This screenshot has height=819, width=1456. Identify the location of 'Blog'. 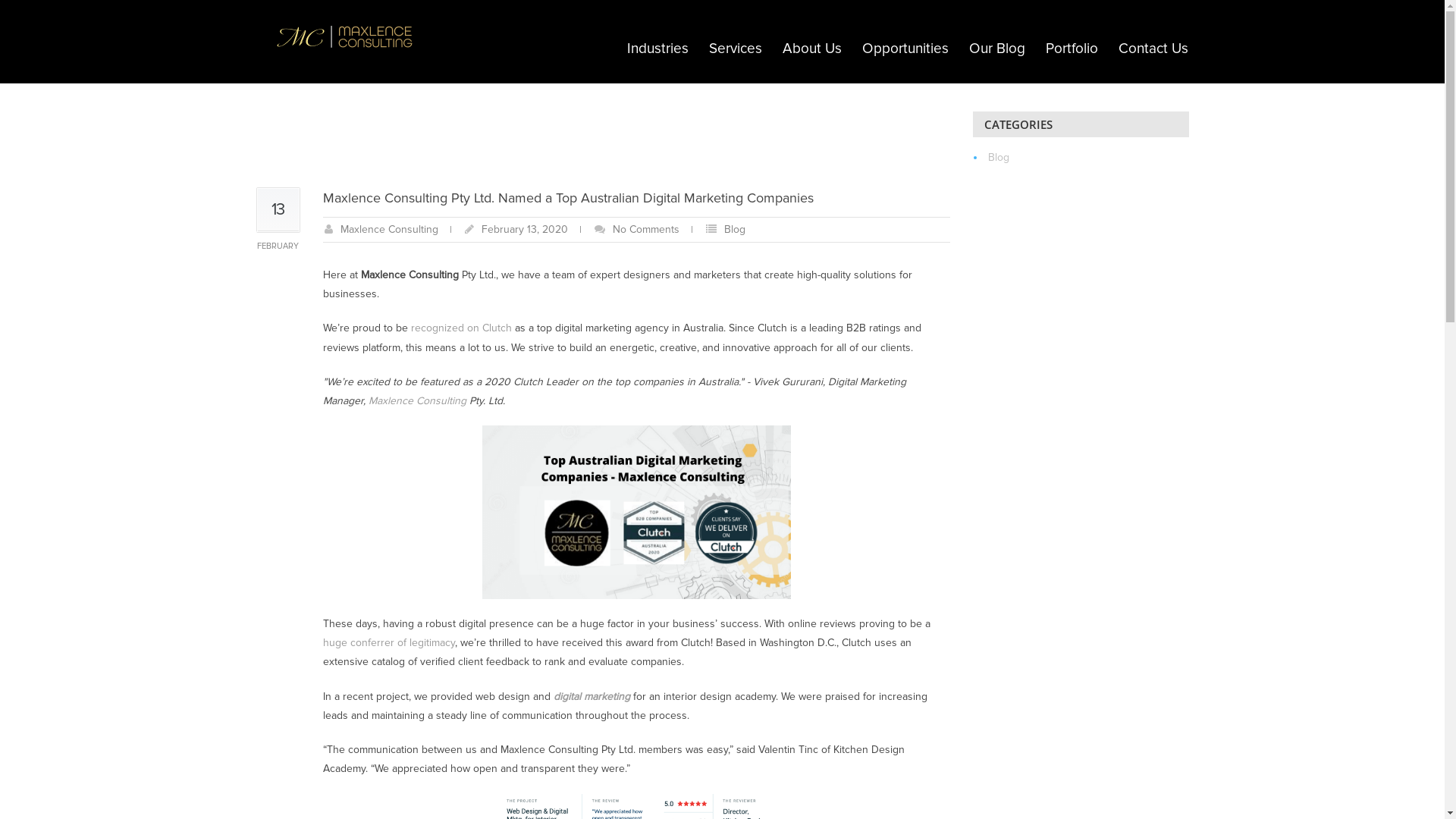
(734, 229).